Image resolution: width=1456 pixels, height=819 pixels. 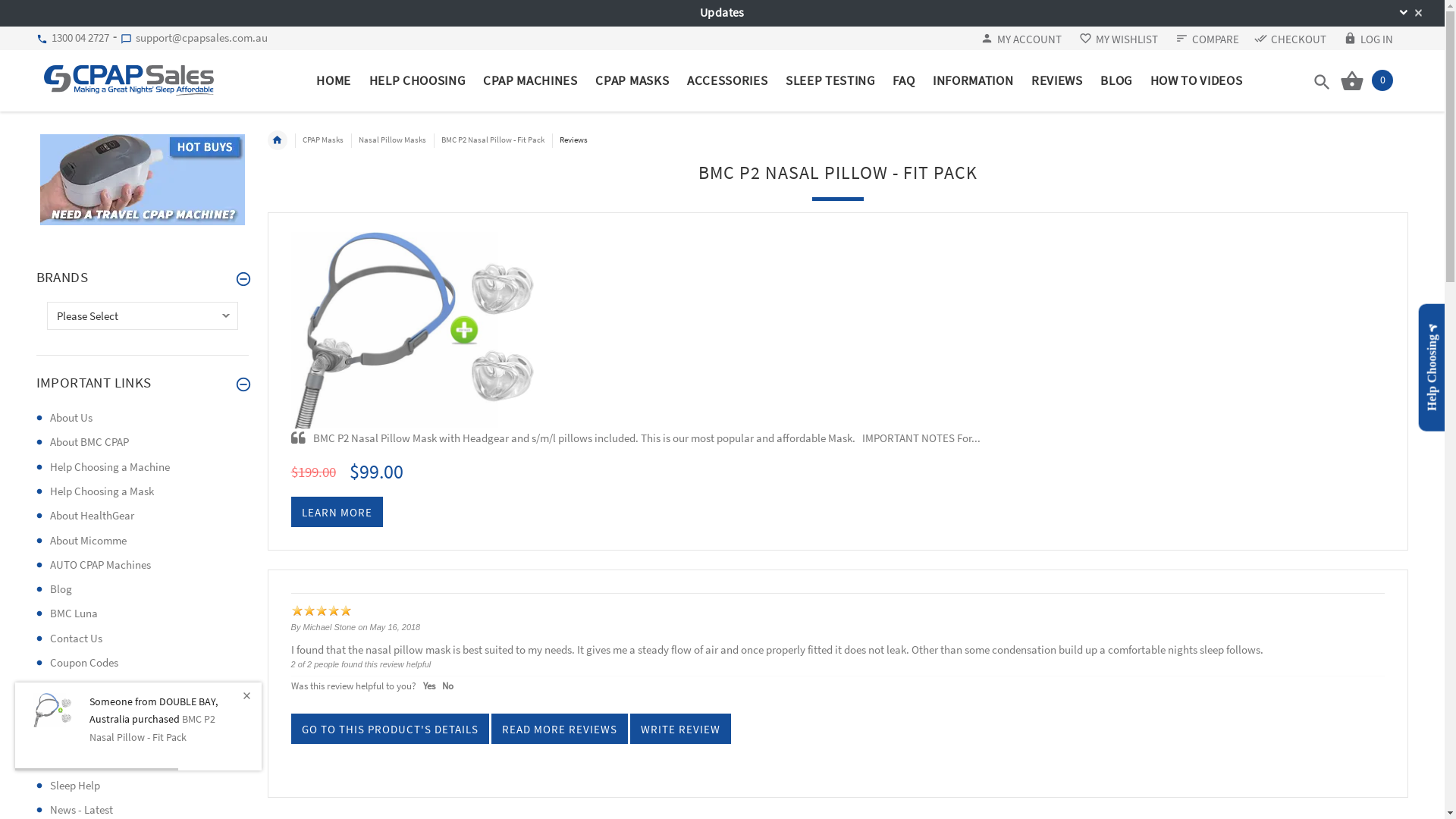 I want to click on 'About Us', so click(x=71, y=417).